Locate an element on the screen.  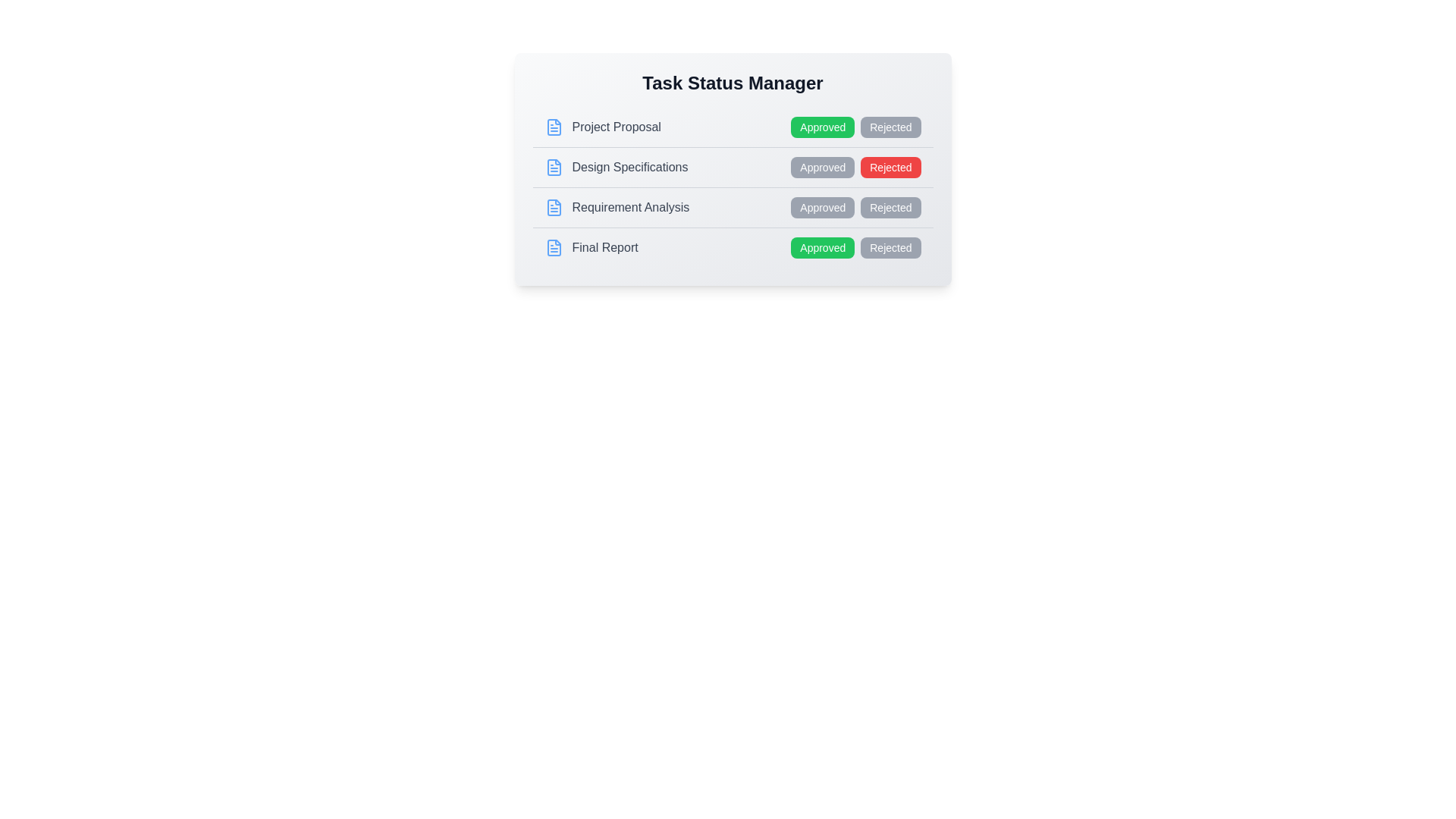
the 'Approved' button for the 'Project Proposal' item is located at coordinates (822, 127).